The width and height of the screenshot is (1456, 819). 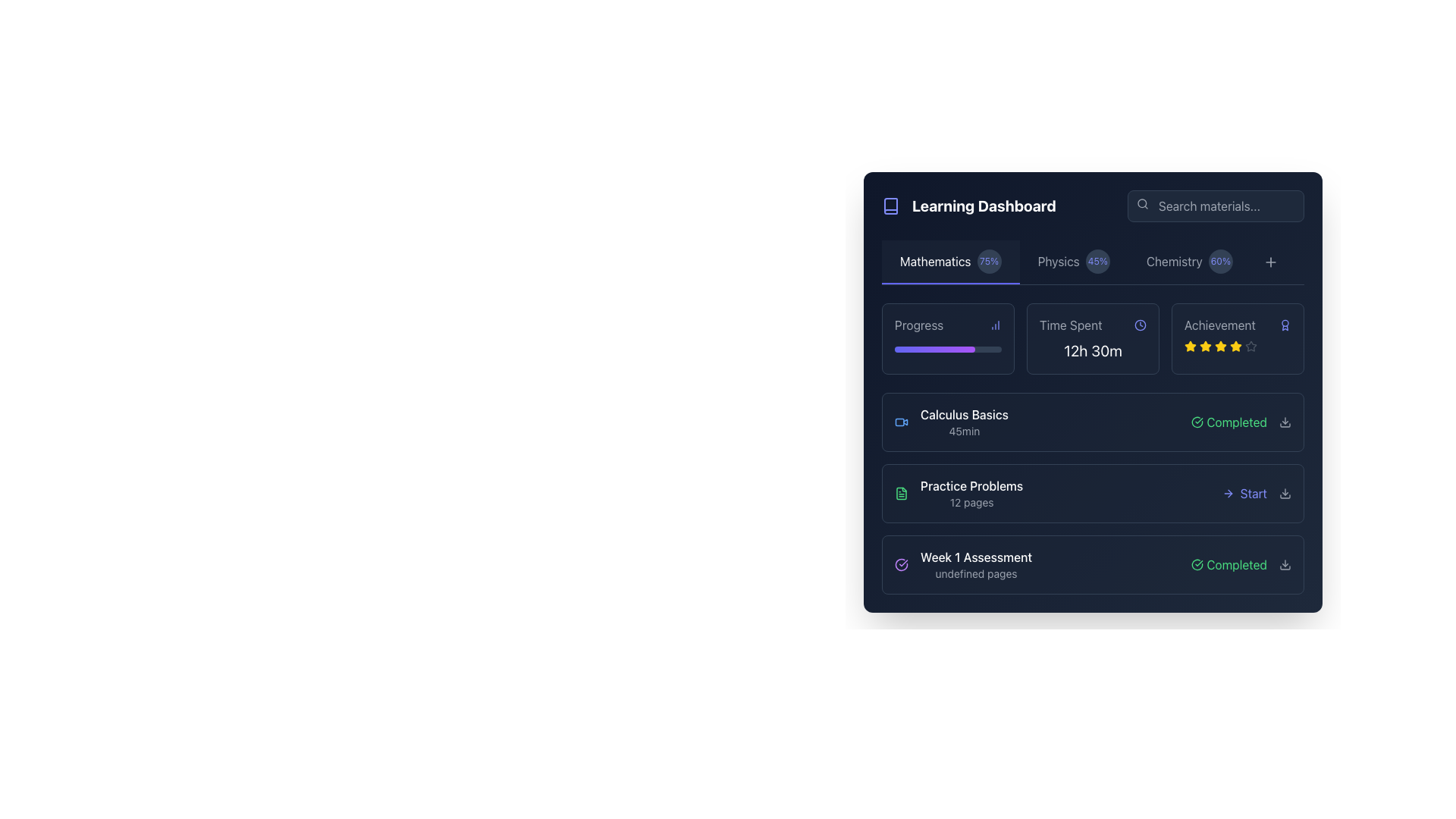 I want to click on the yellow star icon, which is the third star in a row of five within the 'Achievement' section of the Learning Dashboard interface, so click(x=1204, y=346).